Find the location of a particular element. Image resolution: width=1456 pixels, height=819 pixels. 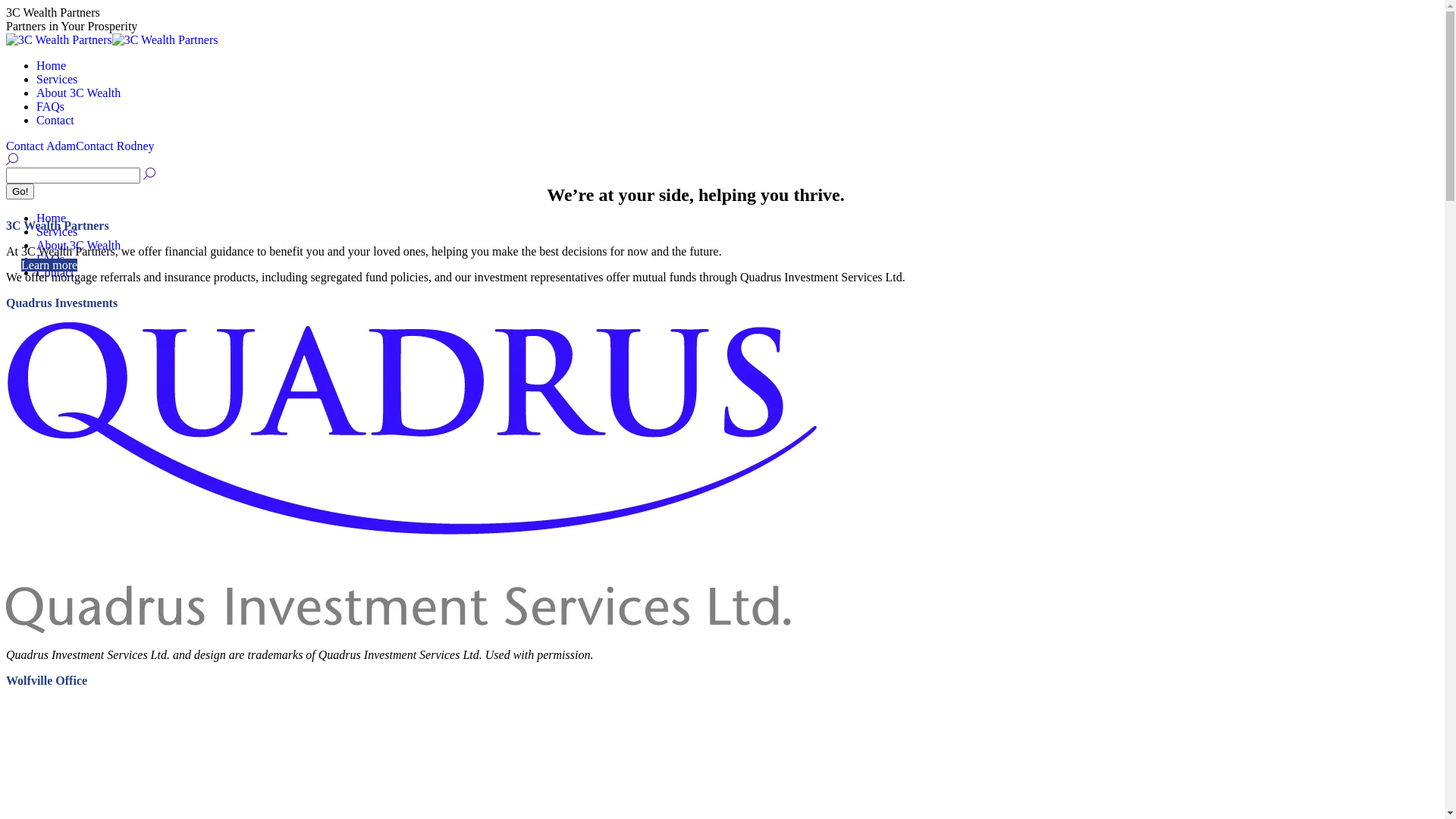

'Search form' is located at coordinates (72, 174).